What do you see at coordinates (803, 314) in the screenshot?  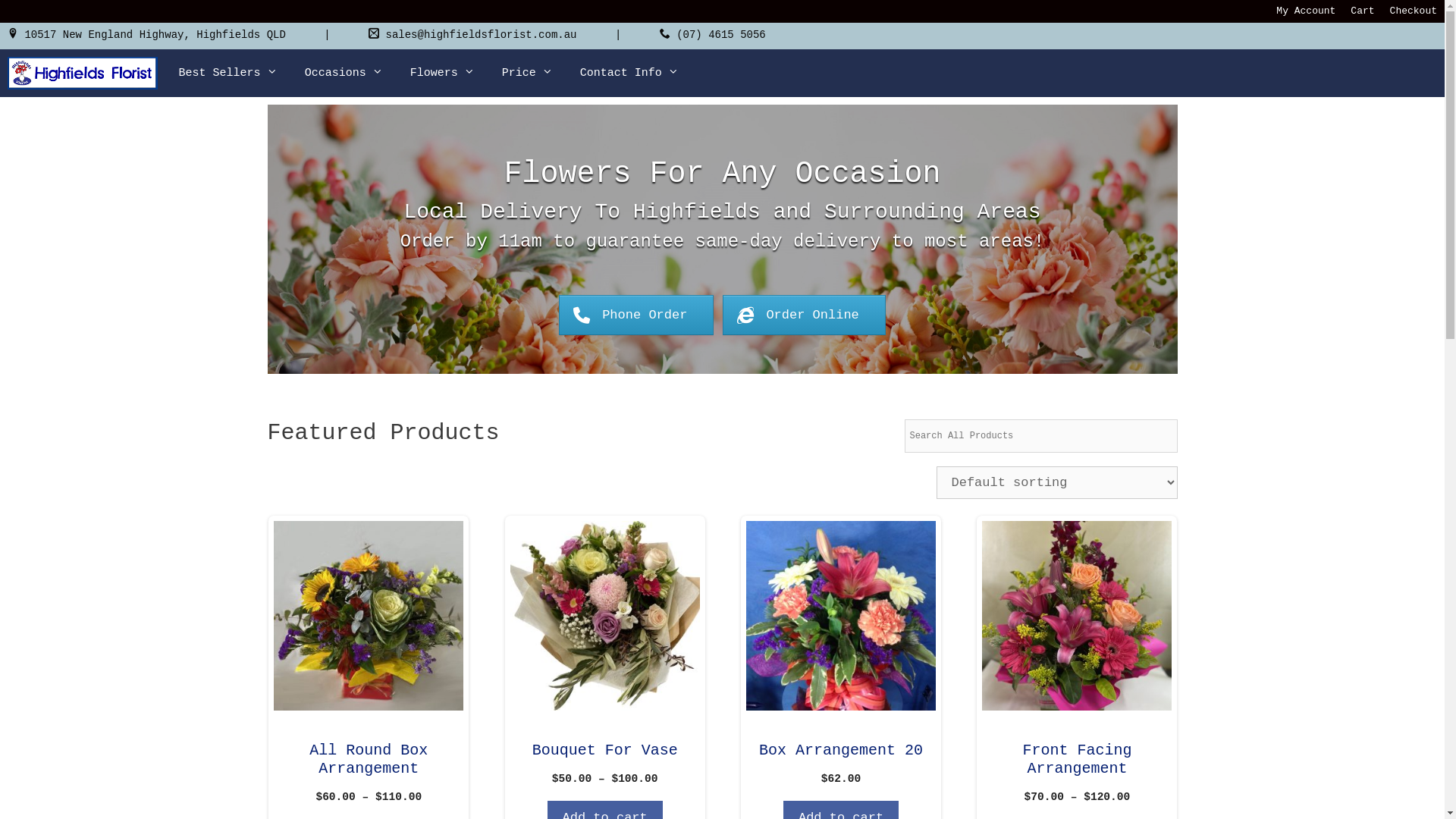 I see `'Order Online'` at bounding box center [803, 314].